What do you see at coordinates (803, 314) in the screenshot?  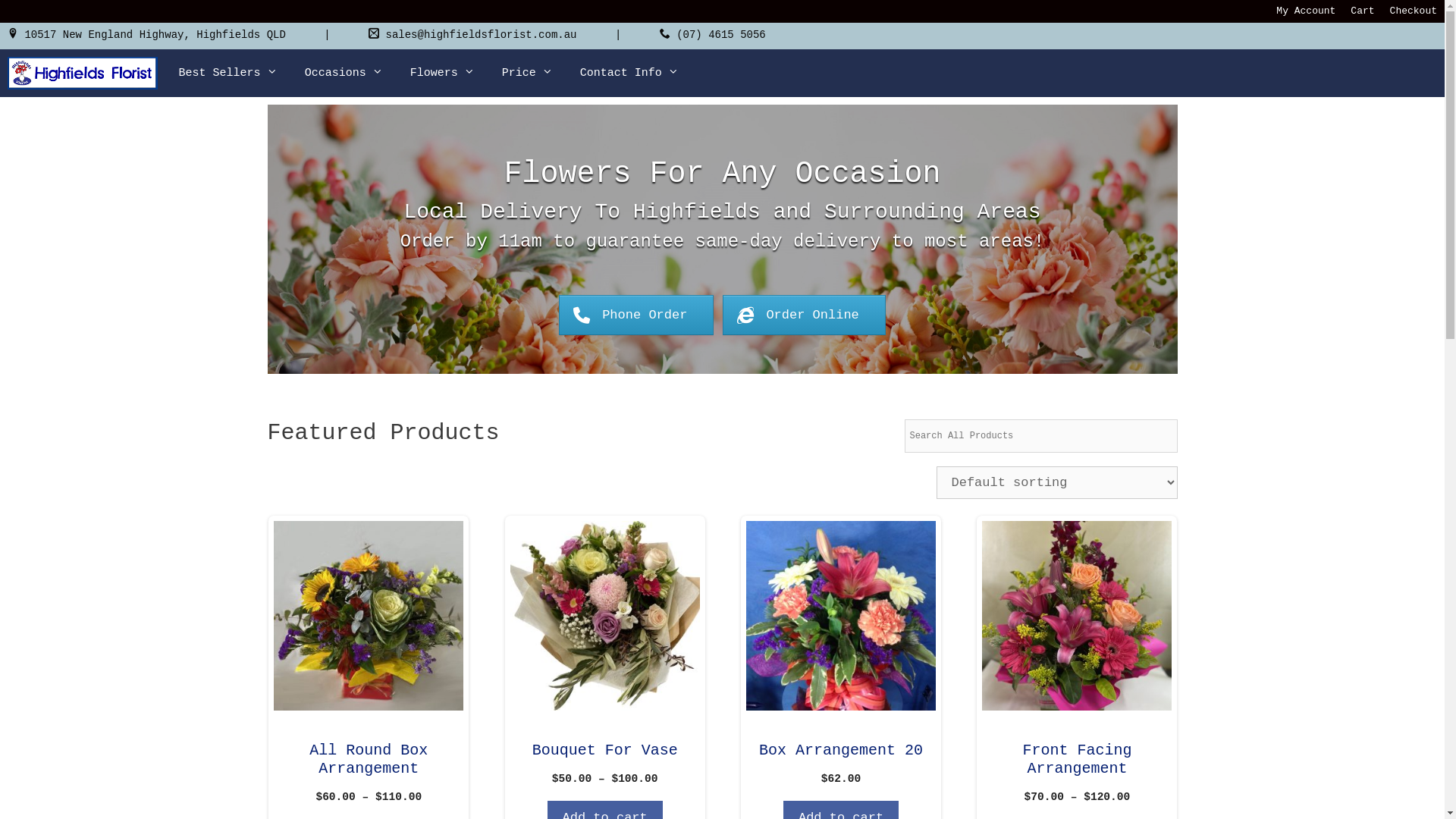 I see `'Order Online'` at bounding box center [803, 314].